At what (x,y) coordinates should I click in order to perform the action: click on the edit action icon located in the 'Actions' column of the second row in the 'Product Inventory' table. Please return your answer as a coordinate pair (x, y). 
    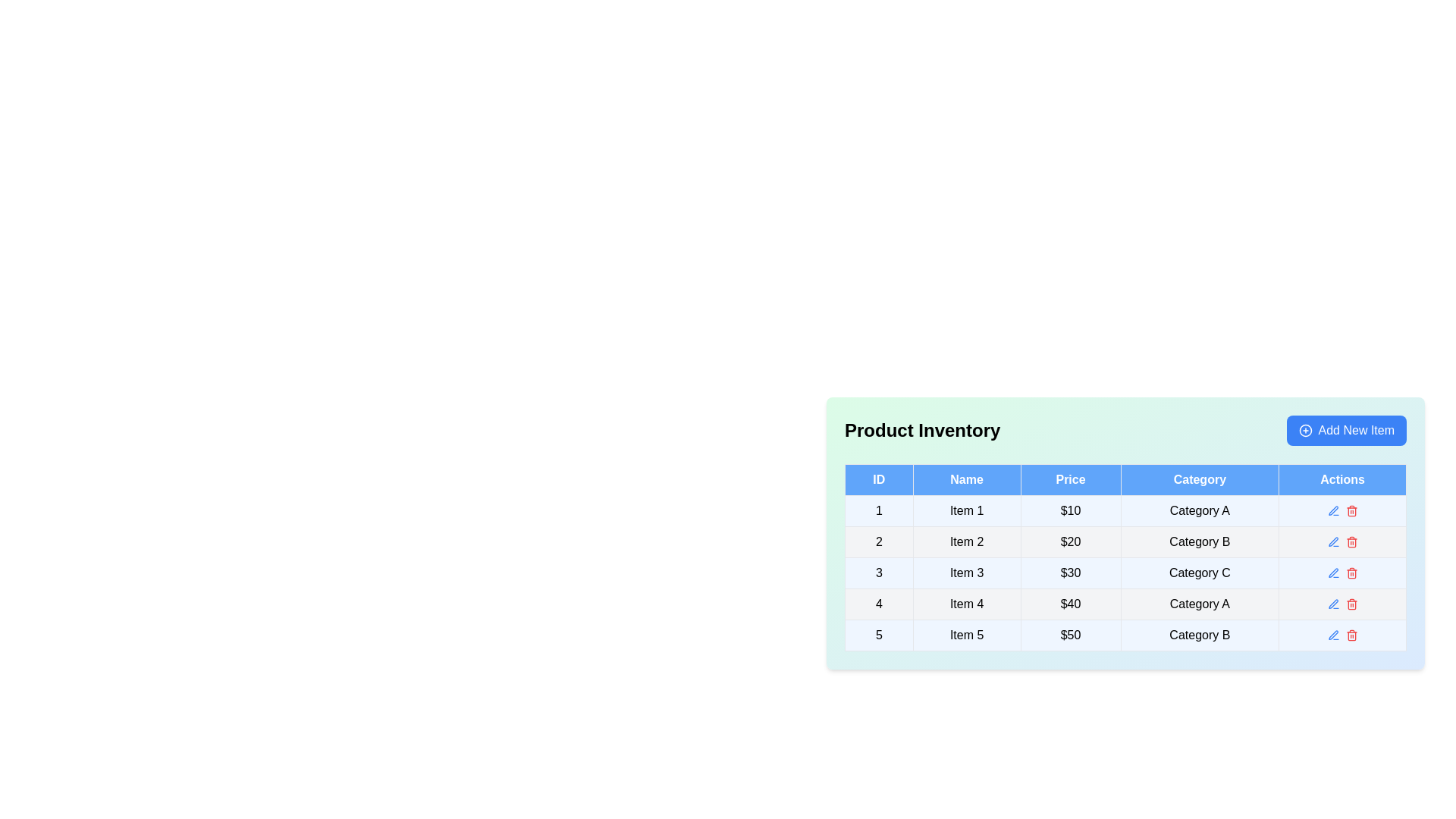
    Looking at the image, I should click on (1332, 541).